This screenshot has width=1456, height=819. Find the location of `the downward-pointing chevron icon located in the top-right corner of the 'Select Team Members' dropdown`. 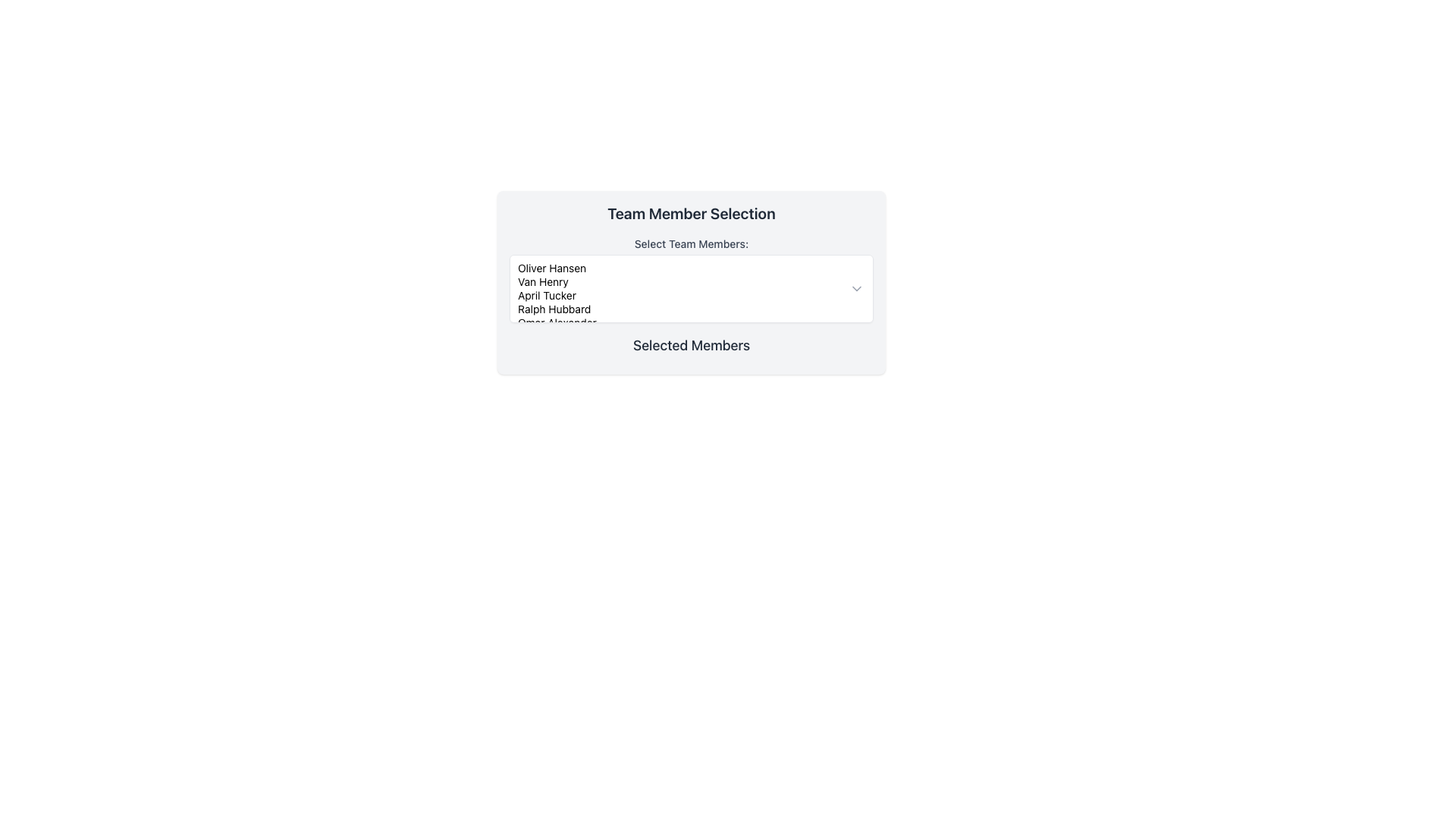

the downward-pointing chevron icon located in the top-right corner of the 'Select Team Members' dropdown is located at coordinates (856, 289).